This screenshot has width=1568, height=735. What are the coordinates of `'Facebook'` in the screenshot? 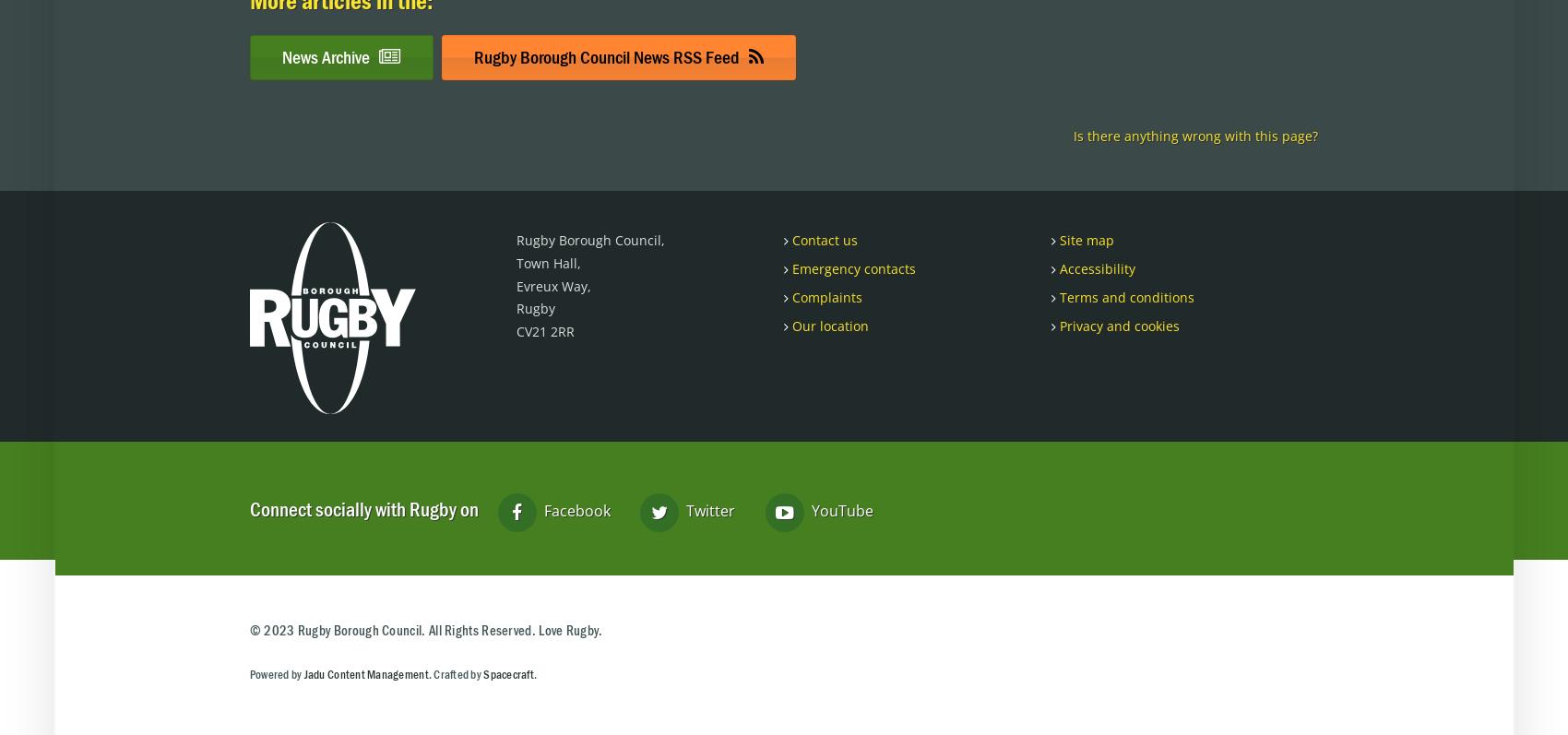 It's located at (538, 509).